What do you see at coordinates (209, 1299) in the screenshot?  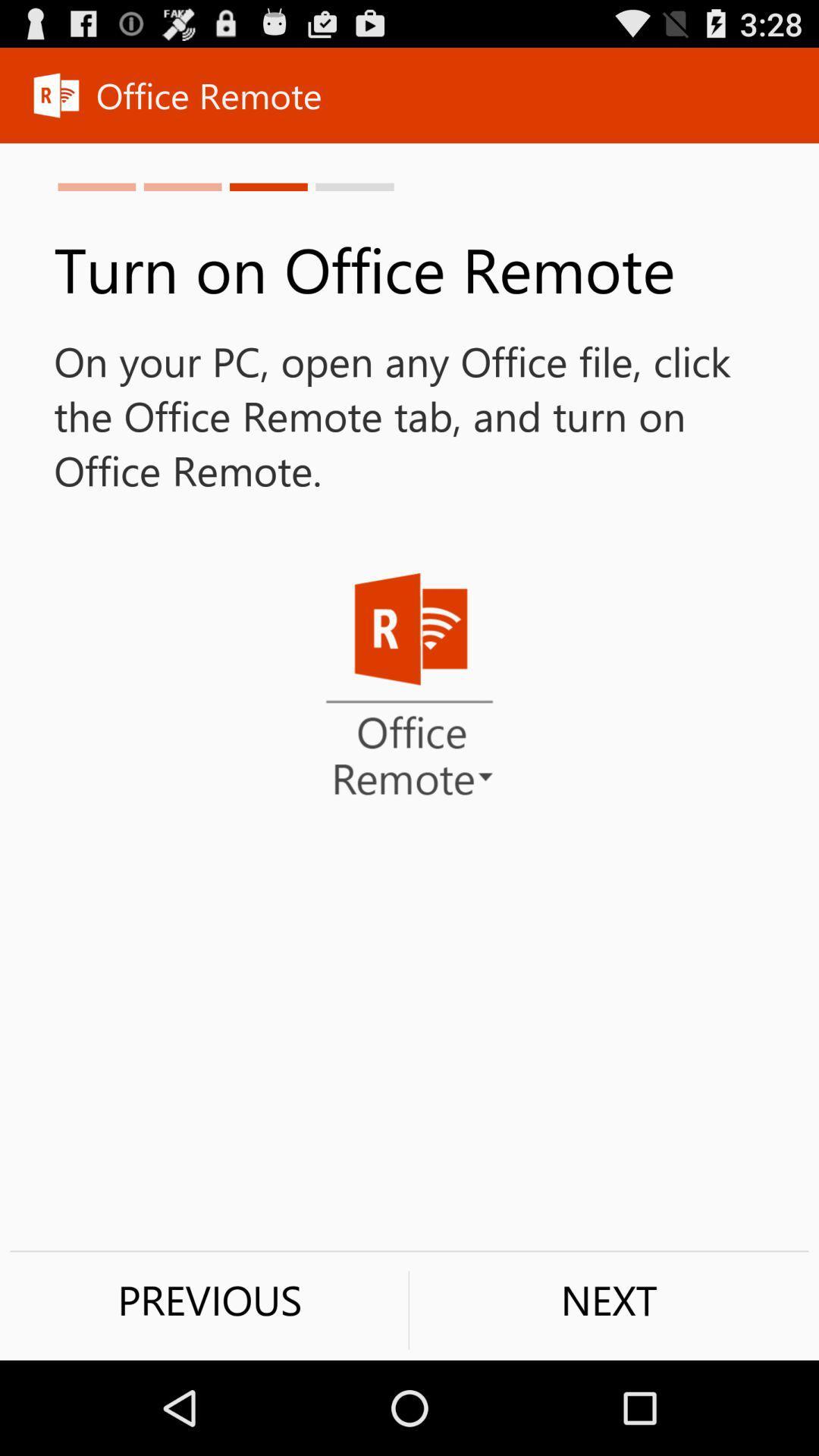 I see `item next to next item` at bounding box center [209, 1299].